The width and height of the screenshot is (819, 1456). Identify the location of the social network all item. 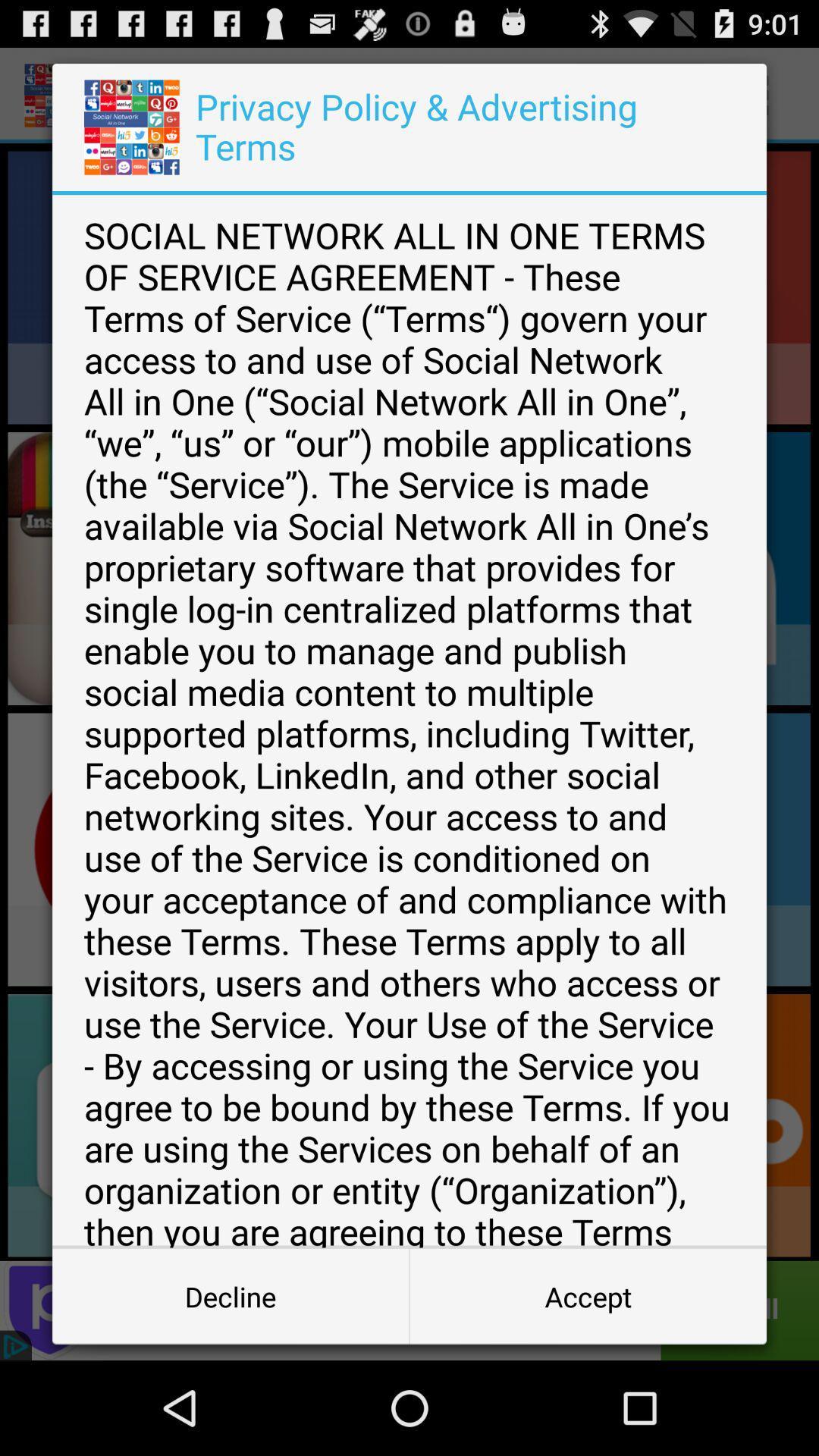
(409, 720).